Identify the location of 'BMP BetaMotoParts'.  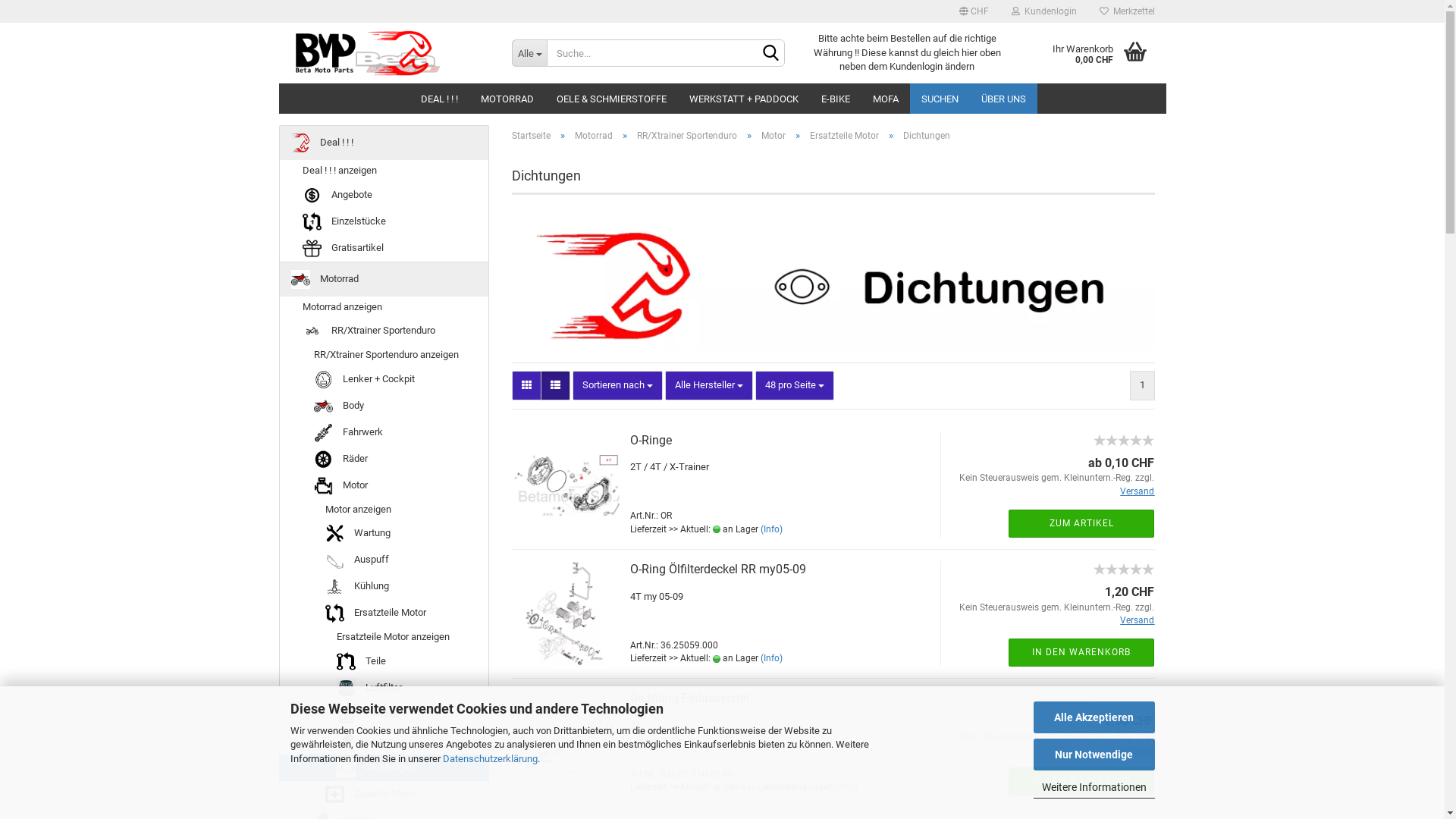
(389, 52).